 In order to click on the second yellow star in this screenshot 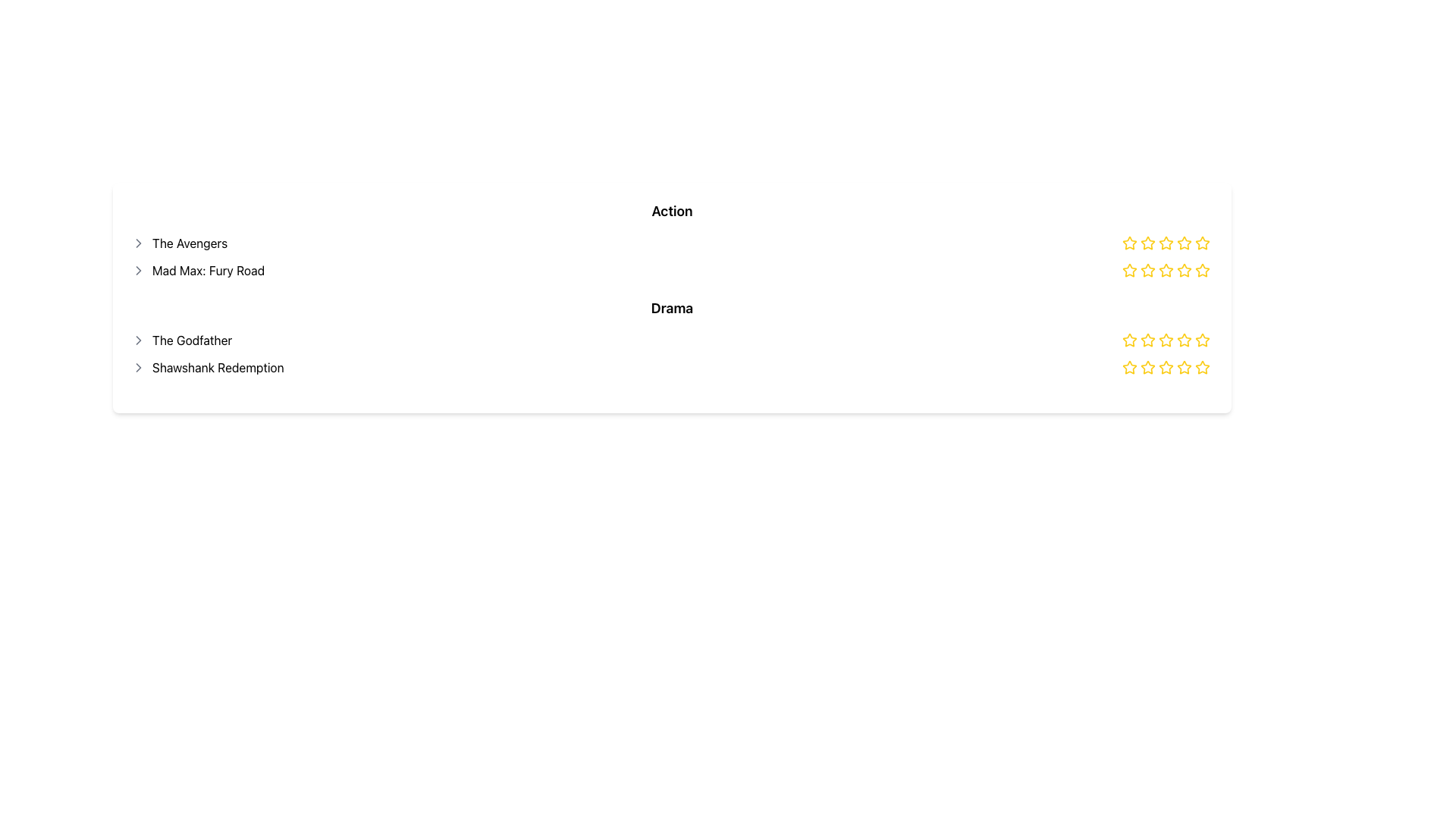, I will do `click(1147, 269)`.